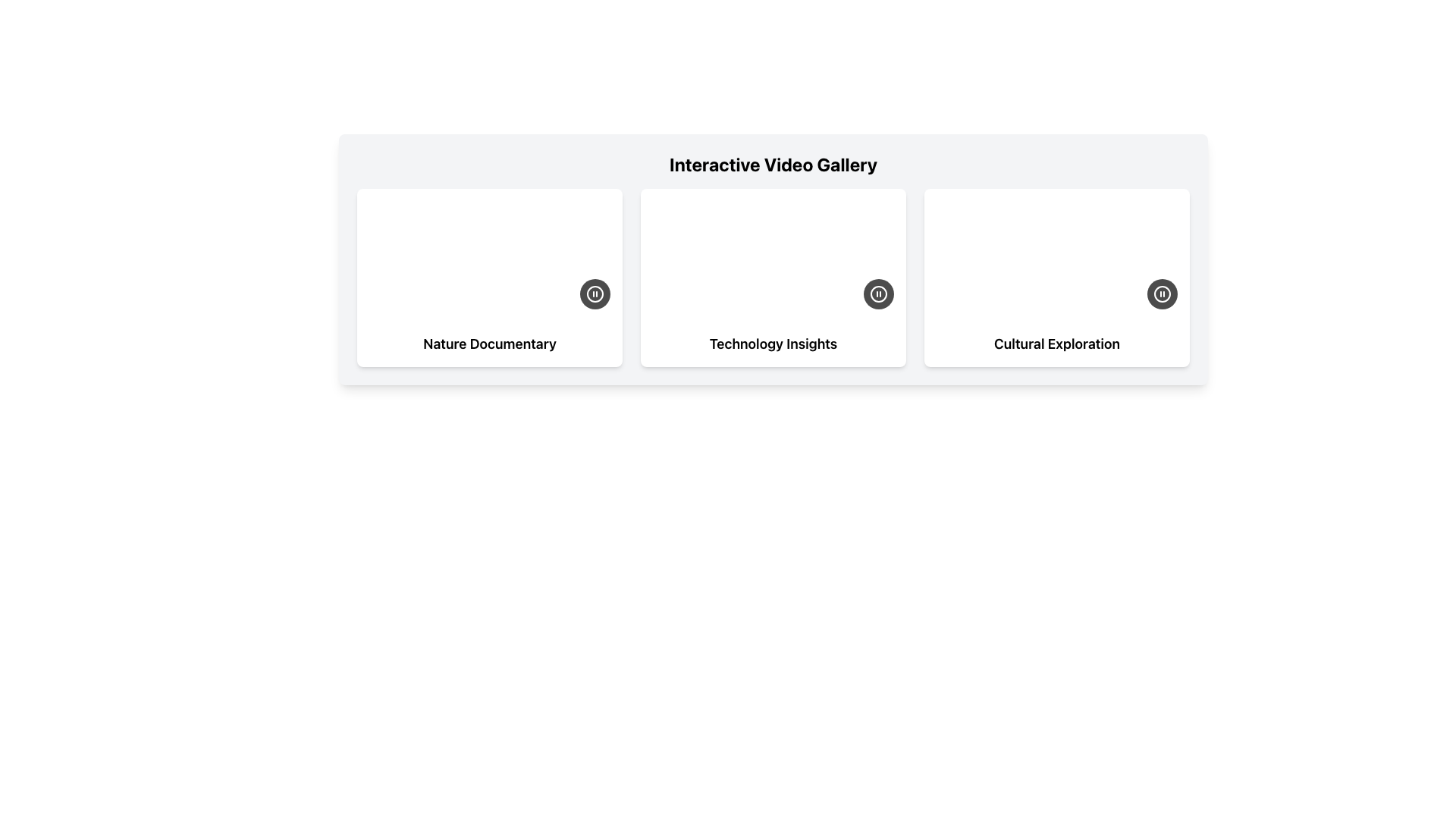 This screenshot has height=819, width=1456. Describe the element at coordinates (878, 294) in the screenshot. I see `the pause button located at the bottom-right corner of the 'Technology Insights' video panel` at that location.